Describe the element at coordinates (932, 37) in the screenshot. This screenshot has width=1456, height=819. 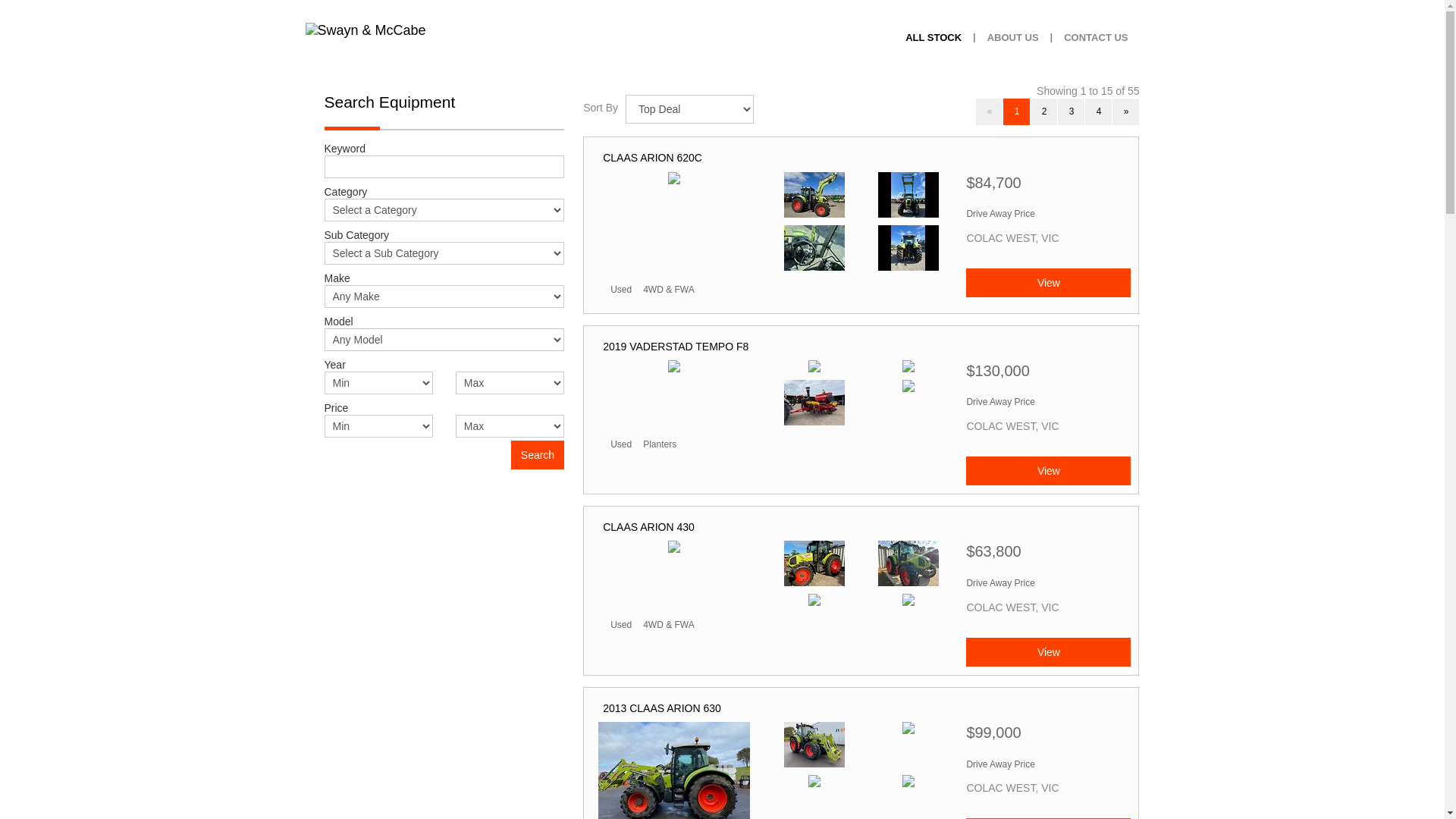
I see `'ALL STOCK'` at that location.